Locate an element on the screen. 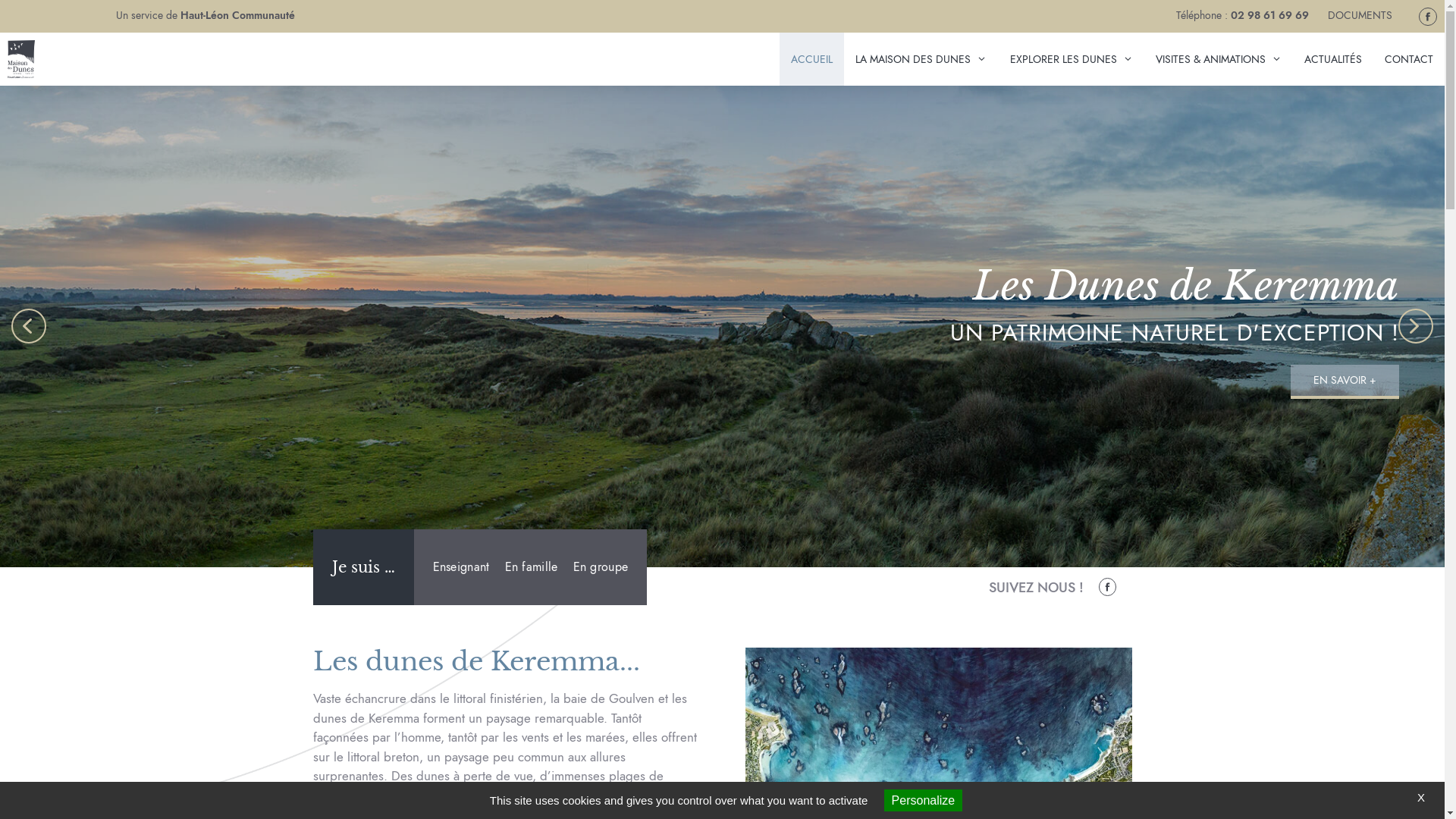  'En groupe' is located at coordinates (607, 567).